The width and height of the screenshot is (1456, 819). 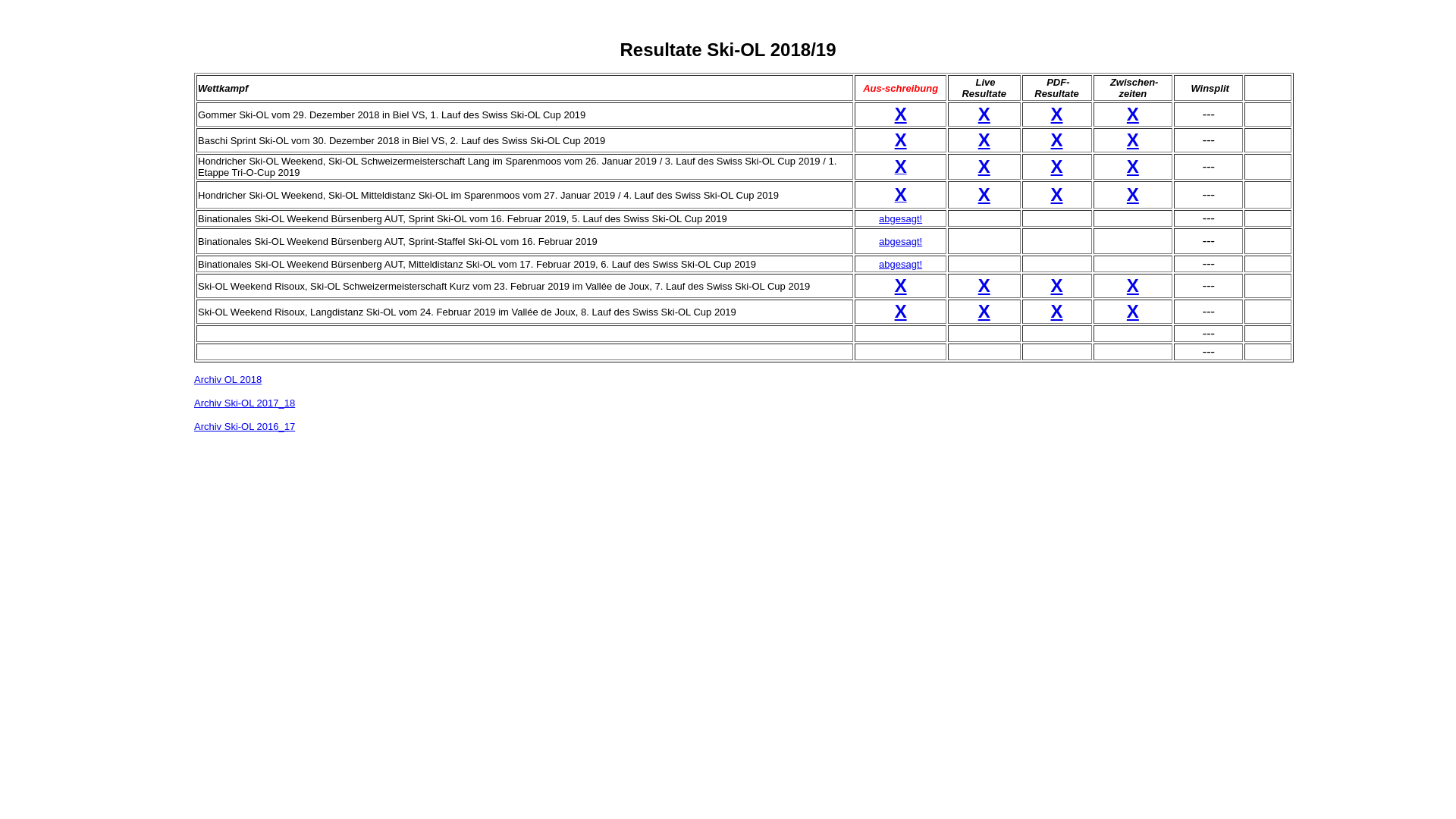 I want to click on 'X', so click(x=1056, y=166).